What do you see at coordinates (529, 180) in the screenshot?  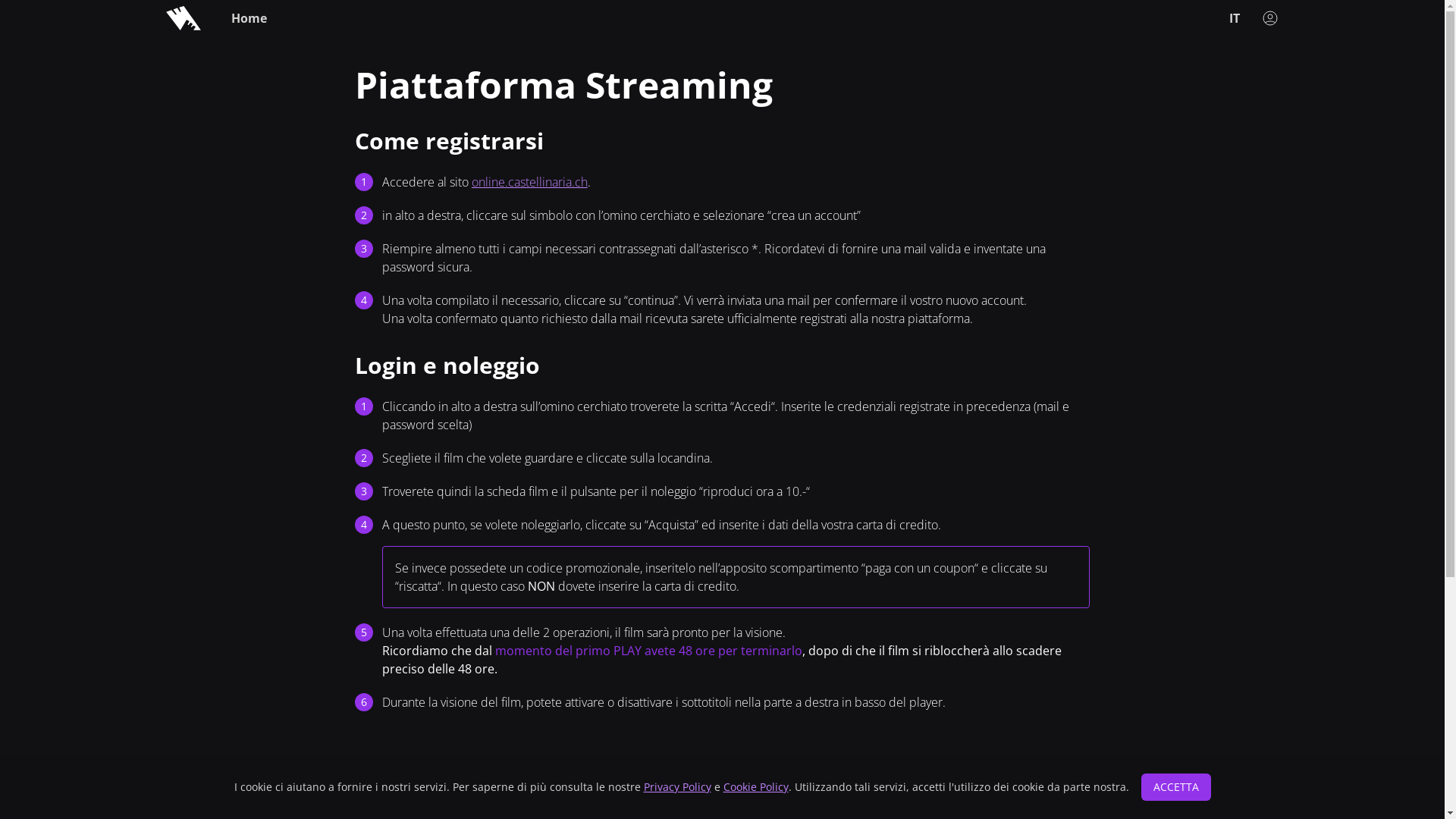 I see `'online.castellinaria.ch'` at bounding box center [529, 180].